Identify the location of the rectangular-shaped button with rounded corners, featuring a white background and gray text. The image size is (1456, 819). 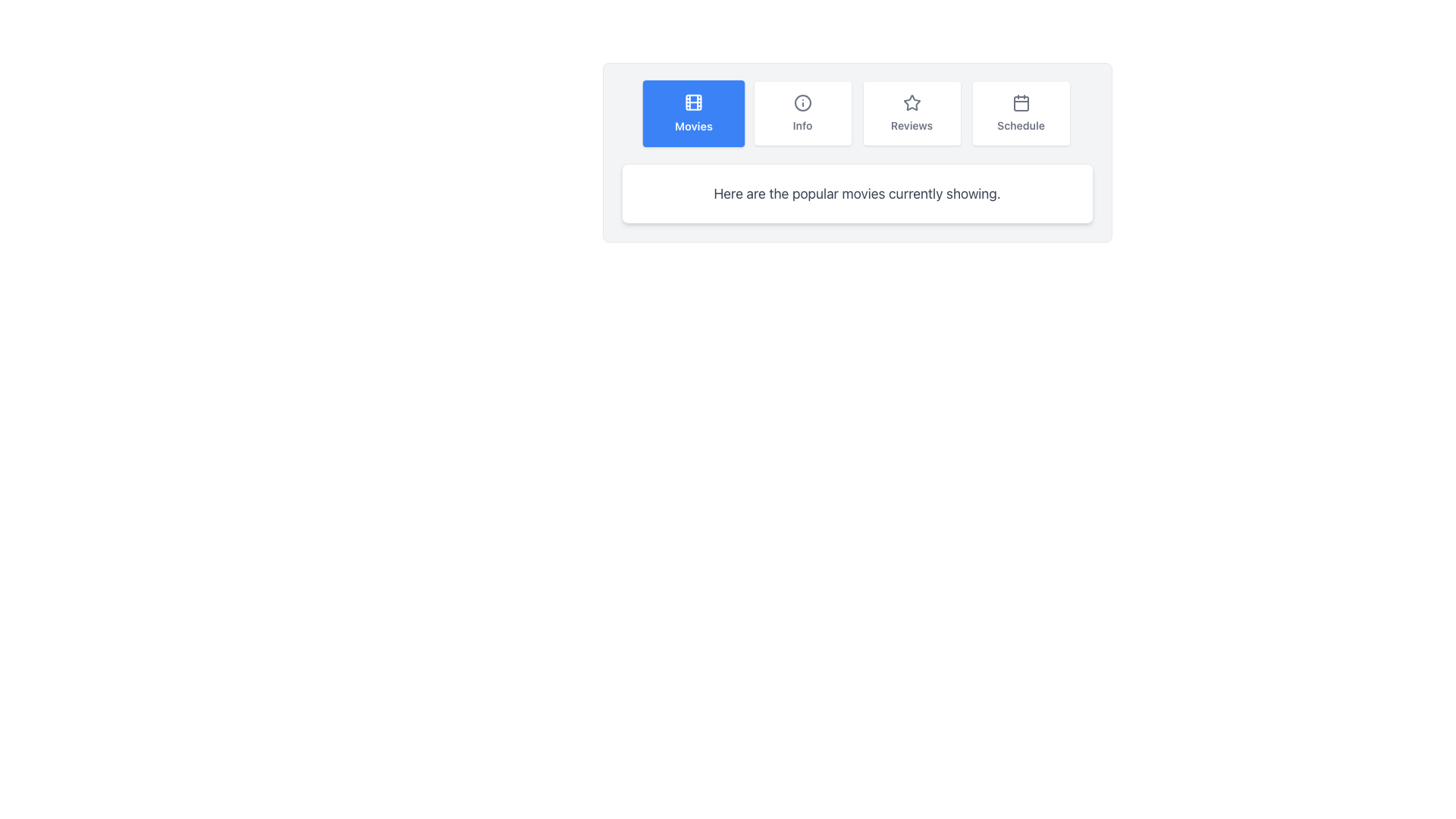
(802, 113).